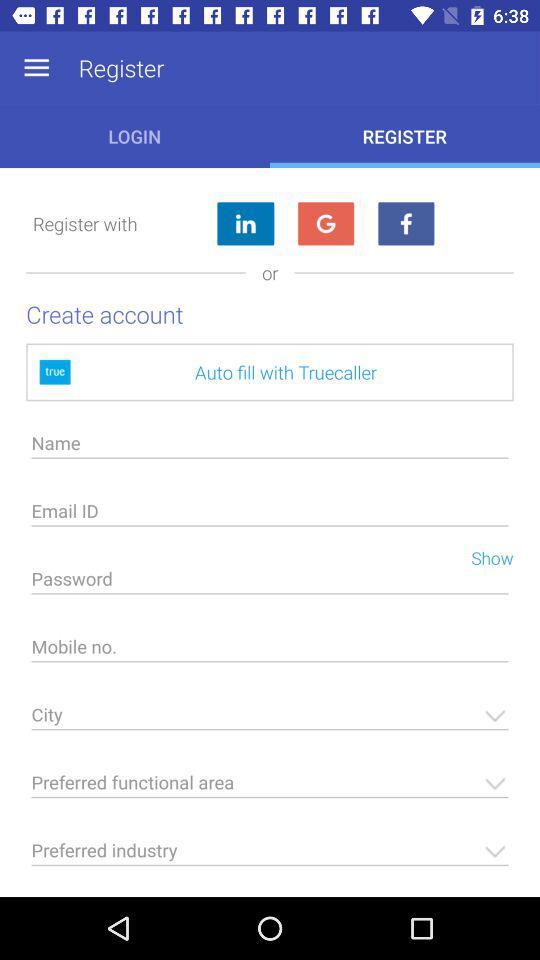 This screenshot has width=540, height=960. Describe the element at coordinates (325, 224) in the screenshot. I see `the icon below register icon` at that location.